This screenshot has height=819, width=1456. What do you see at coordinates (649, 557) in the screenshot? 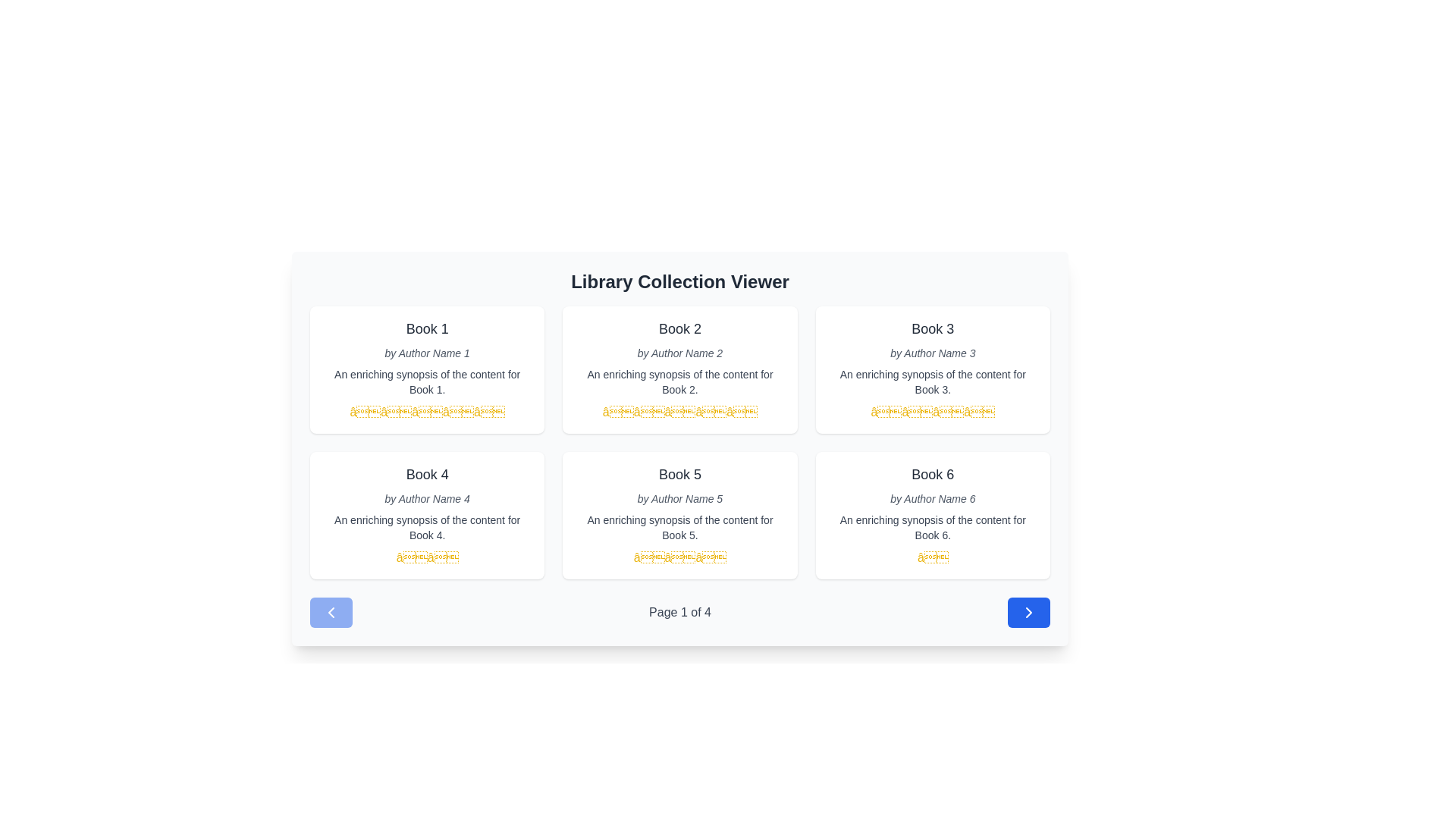
I see `the first star icon in the rating display for 'Book 5', which visually indicates the book's rating` at bounding box center [649, 557].